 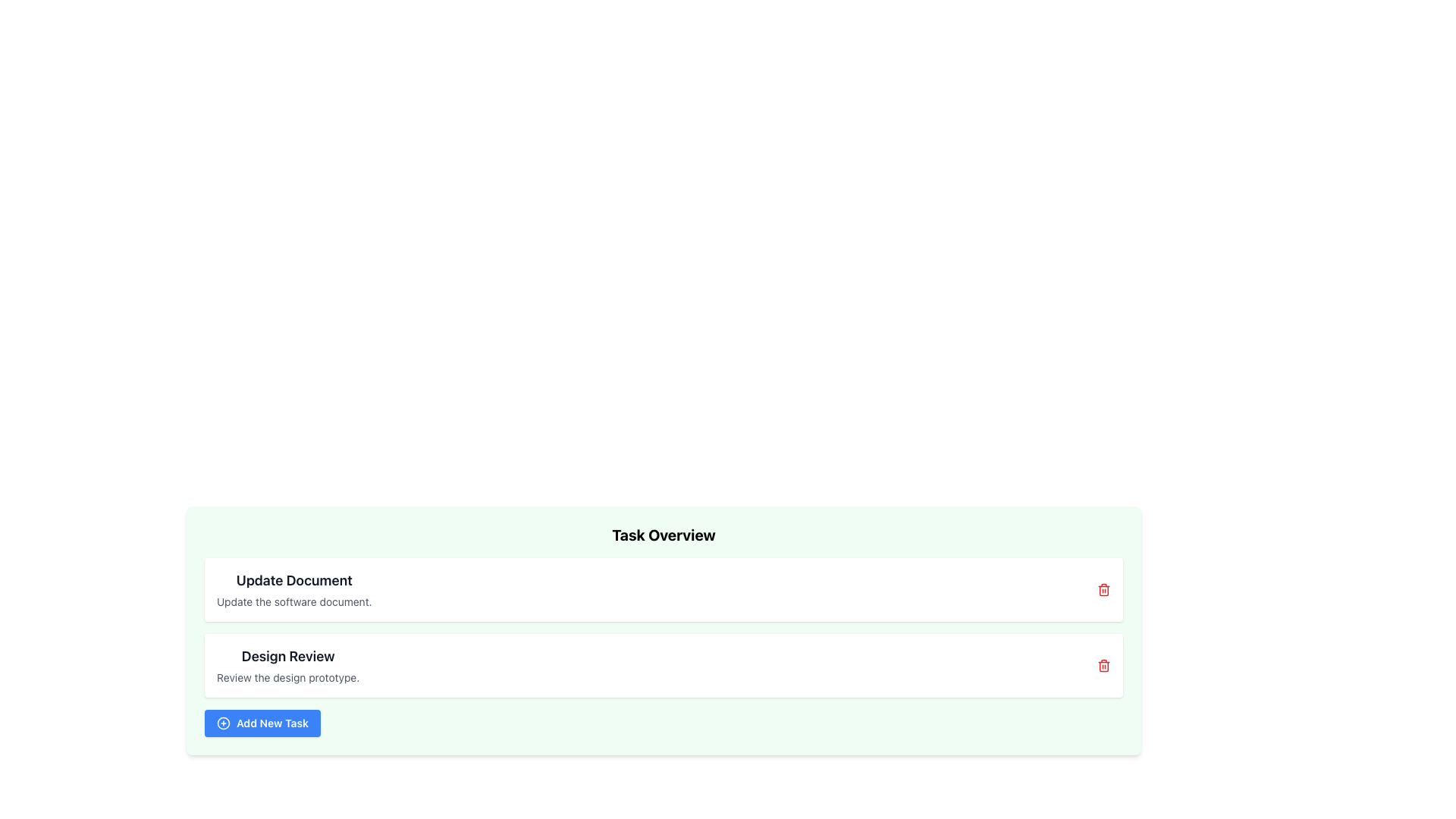 I want to click on the circular icon with a plus sign inside, located to the left of the 'Add New Task' blue button in the 'Task Overview' section, so click(x=222, y=722).